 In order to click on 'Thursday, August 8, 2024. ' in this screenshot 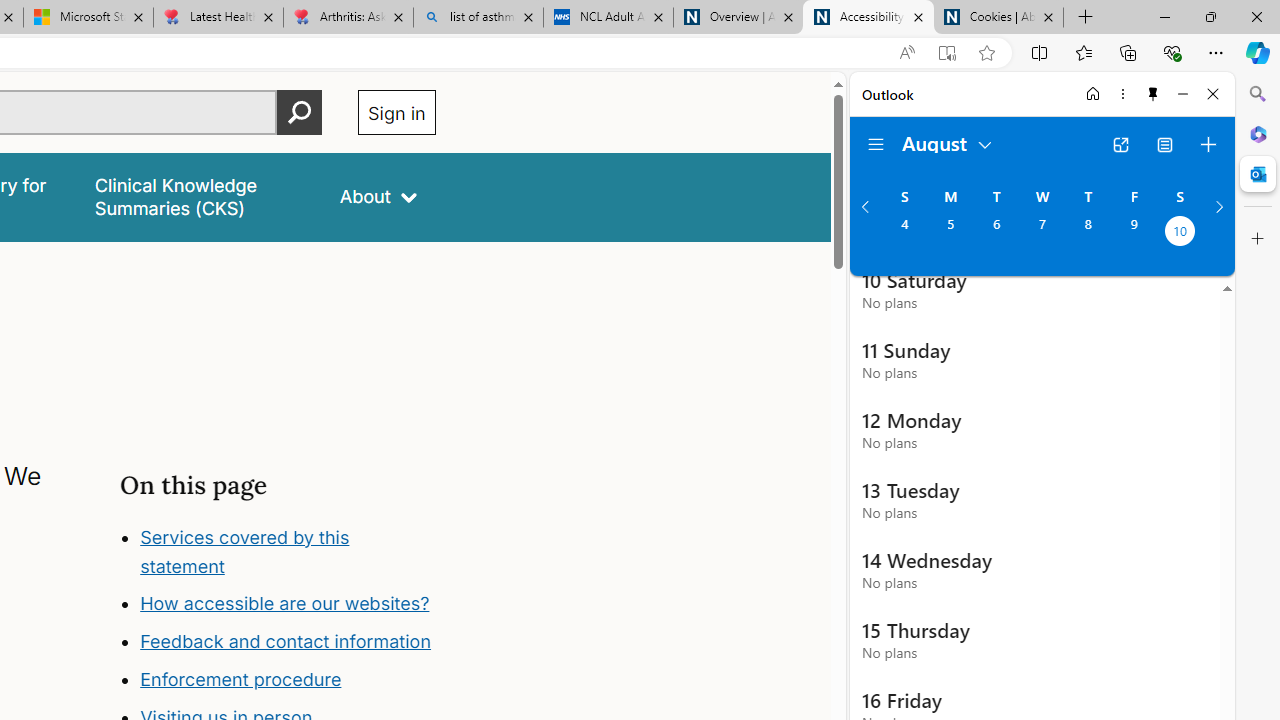, I will do `click(1087, 232)`.